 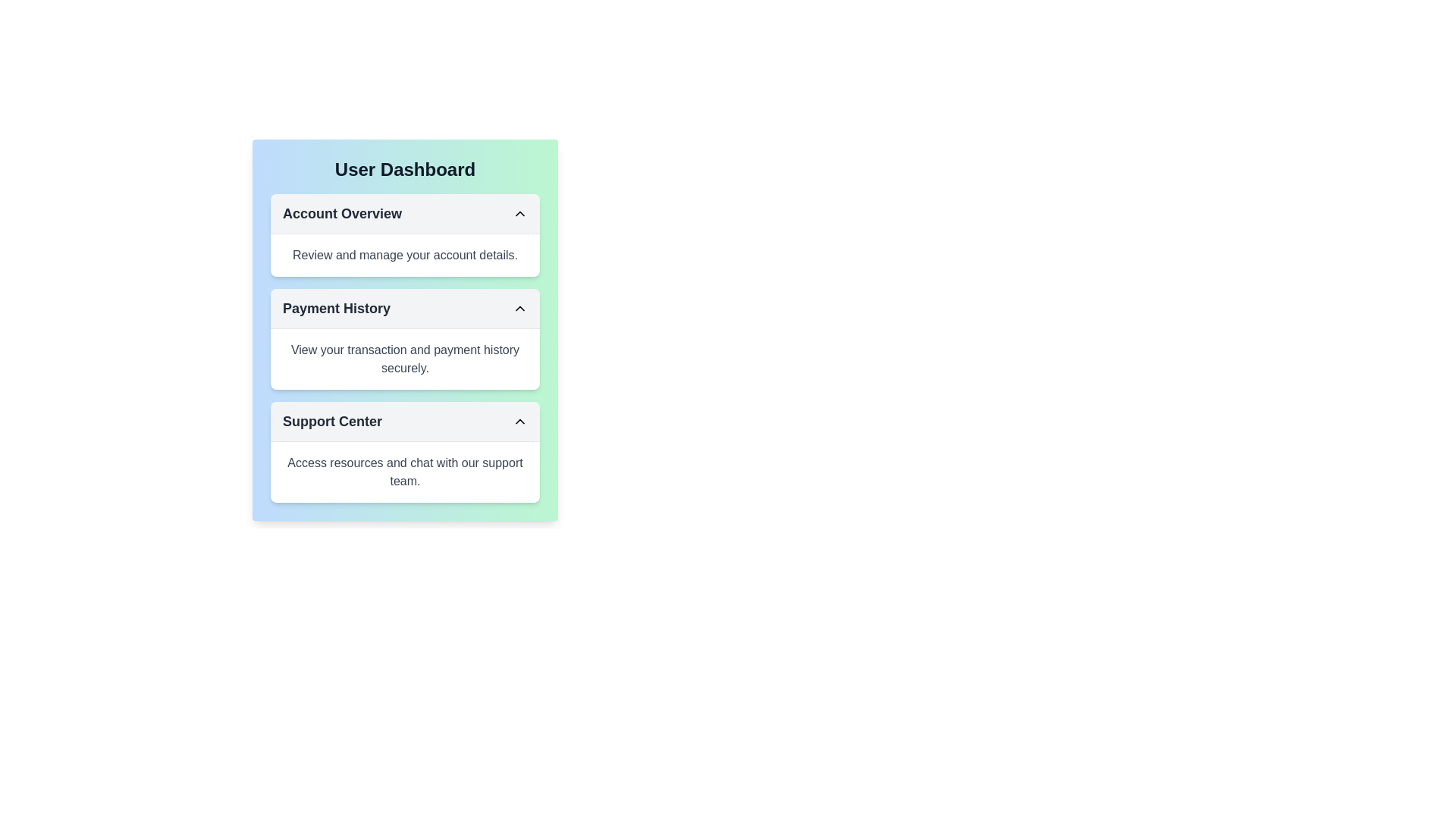 I want to click on the descriptive text element located below the 'Account Overview' section header, which explains its purpose or content, so click(x=405, y=254).